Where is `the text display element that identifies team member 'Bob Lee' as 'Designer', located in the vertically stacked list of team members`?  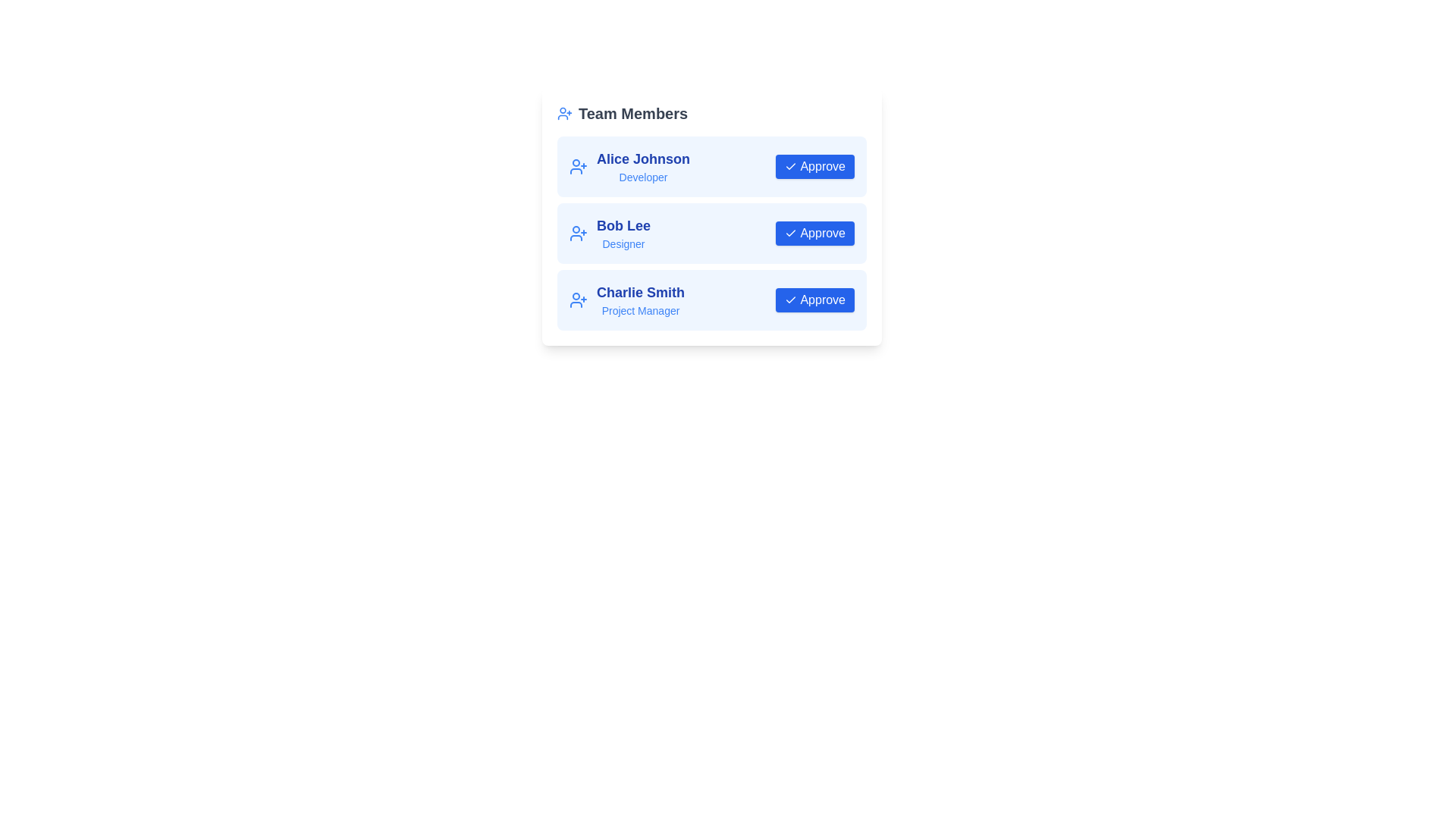 the text display element that identifies team member 'Bob Lee' as 'Designer', located in the vertically stacked list of team members is located at coordinates (623, 234).